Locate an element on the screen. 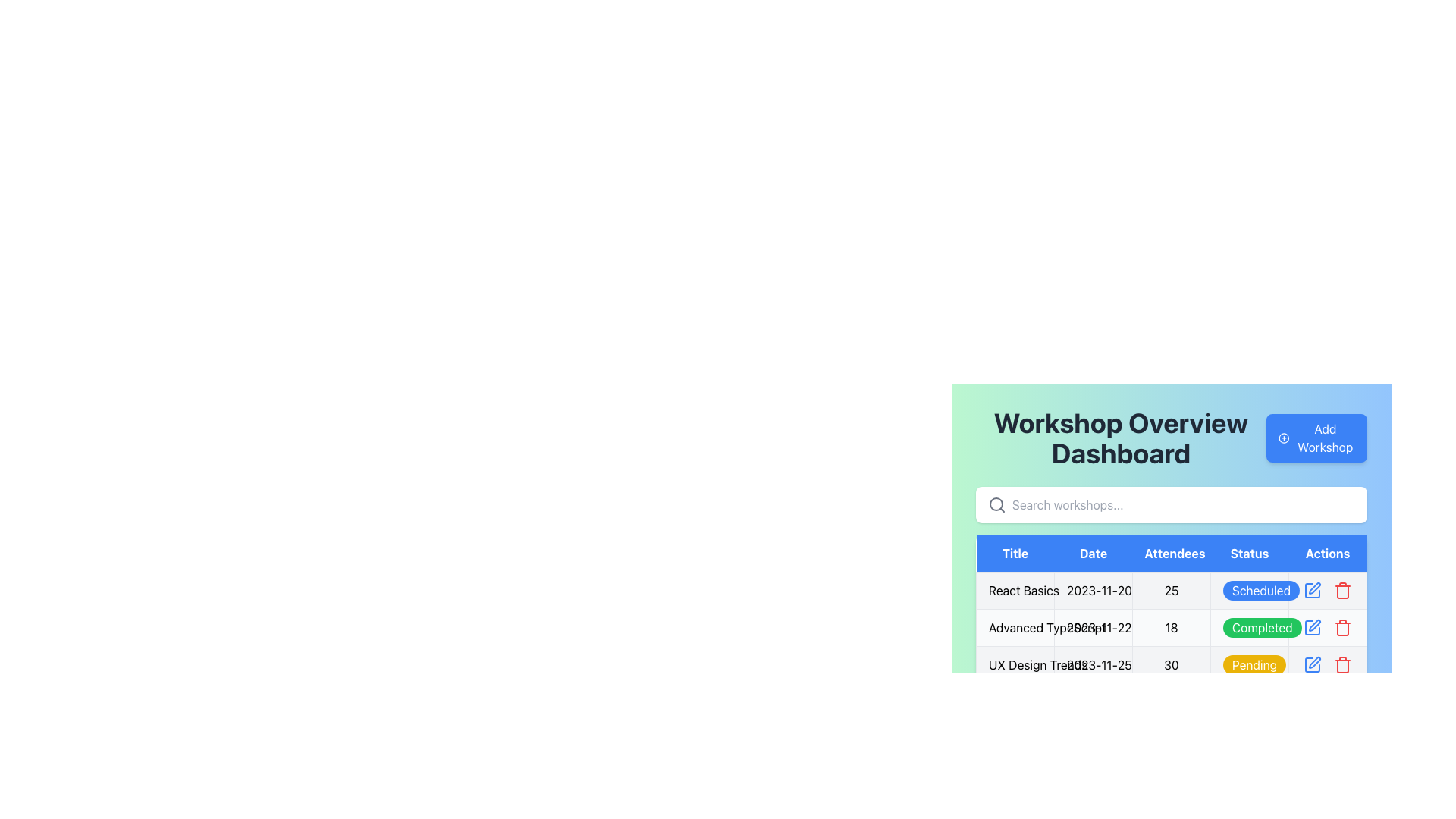 Image resolution: width=1456 pixels, height=819 pixels. text within the Table Row element that displays 'UX Design Trends', '2023-11-25', '30', and 'Pending' is located at coordinates (1171, 664).